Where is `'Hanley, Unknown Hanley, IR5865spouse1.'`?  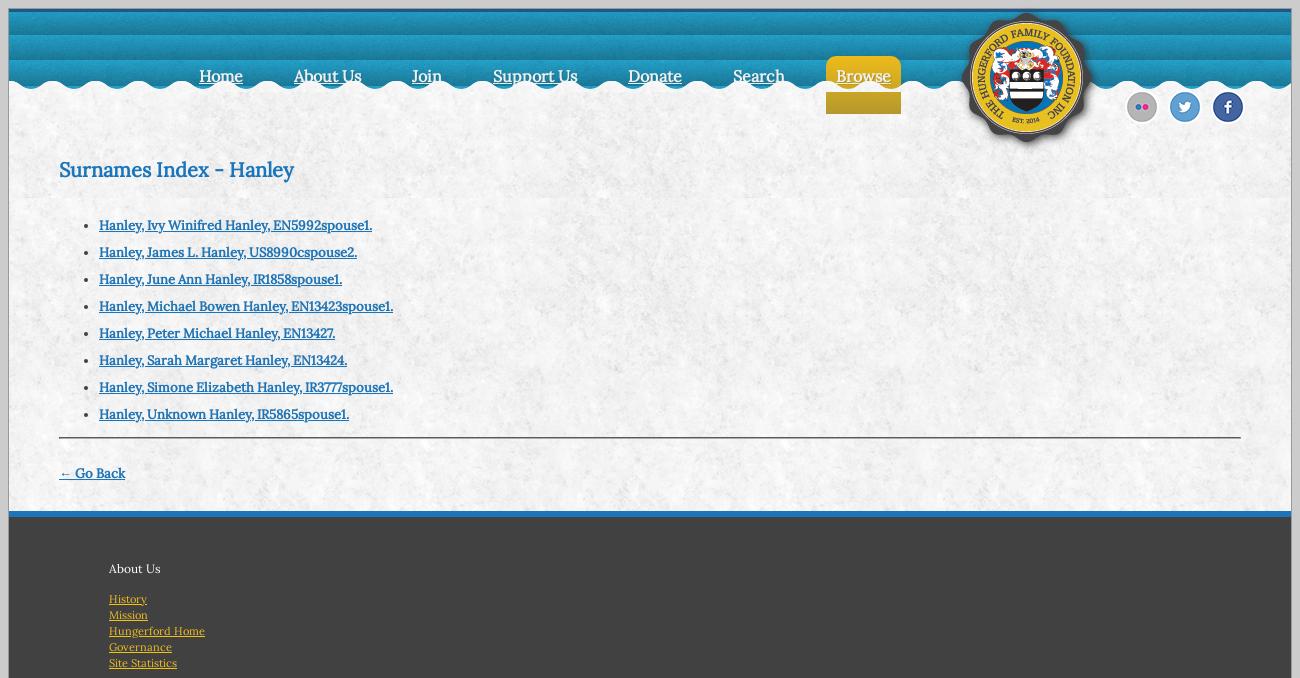
'Hanley, Unknown Hanley, IR5865spouse1.' is located at coordinates (222, 413).